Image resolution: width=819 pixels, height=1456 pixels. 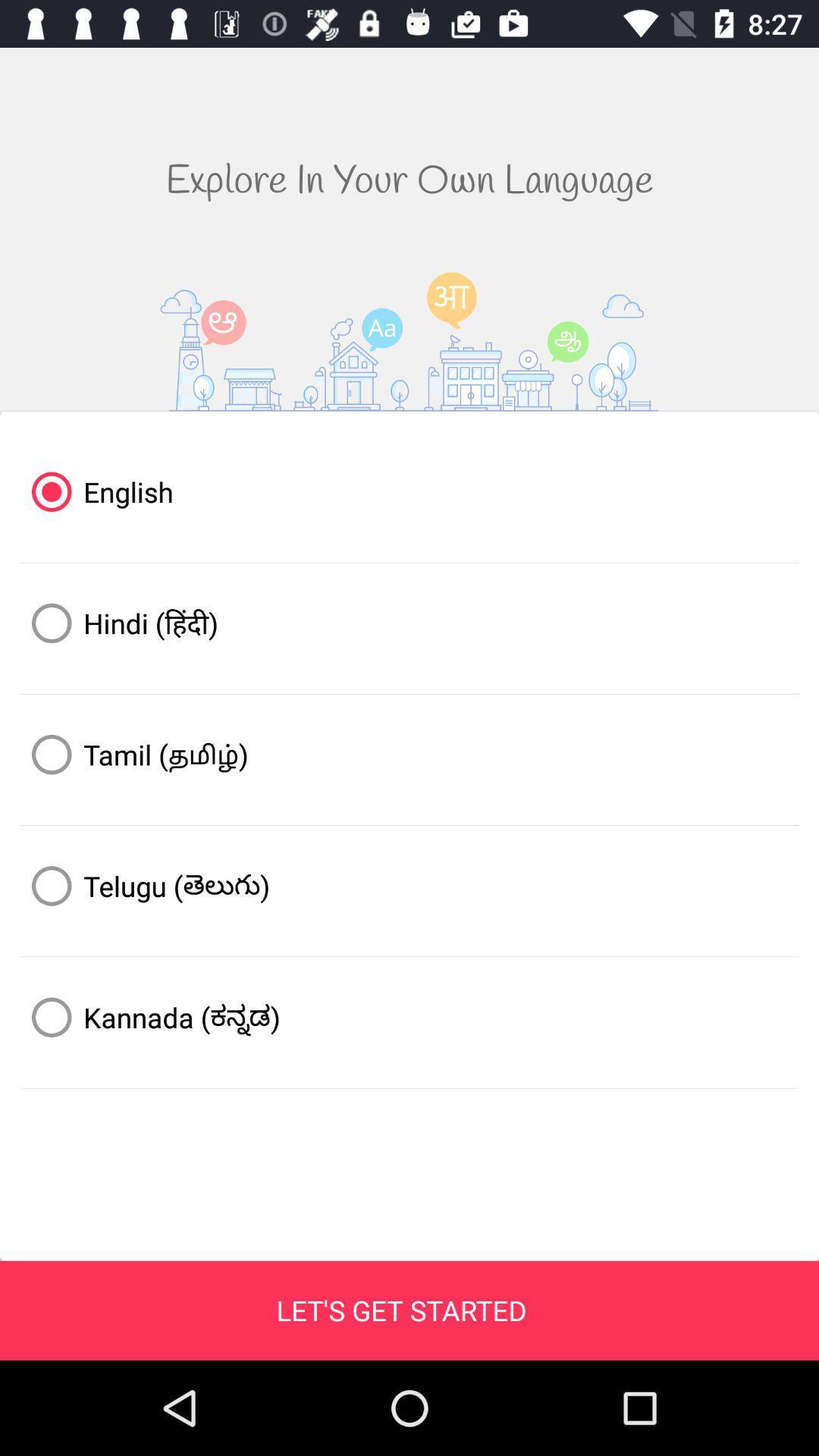 What do you see at coordinates (400, 1310) in the screenshot?
I see `let s get icon` at bounding box center [400, 1310].